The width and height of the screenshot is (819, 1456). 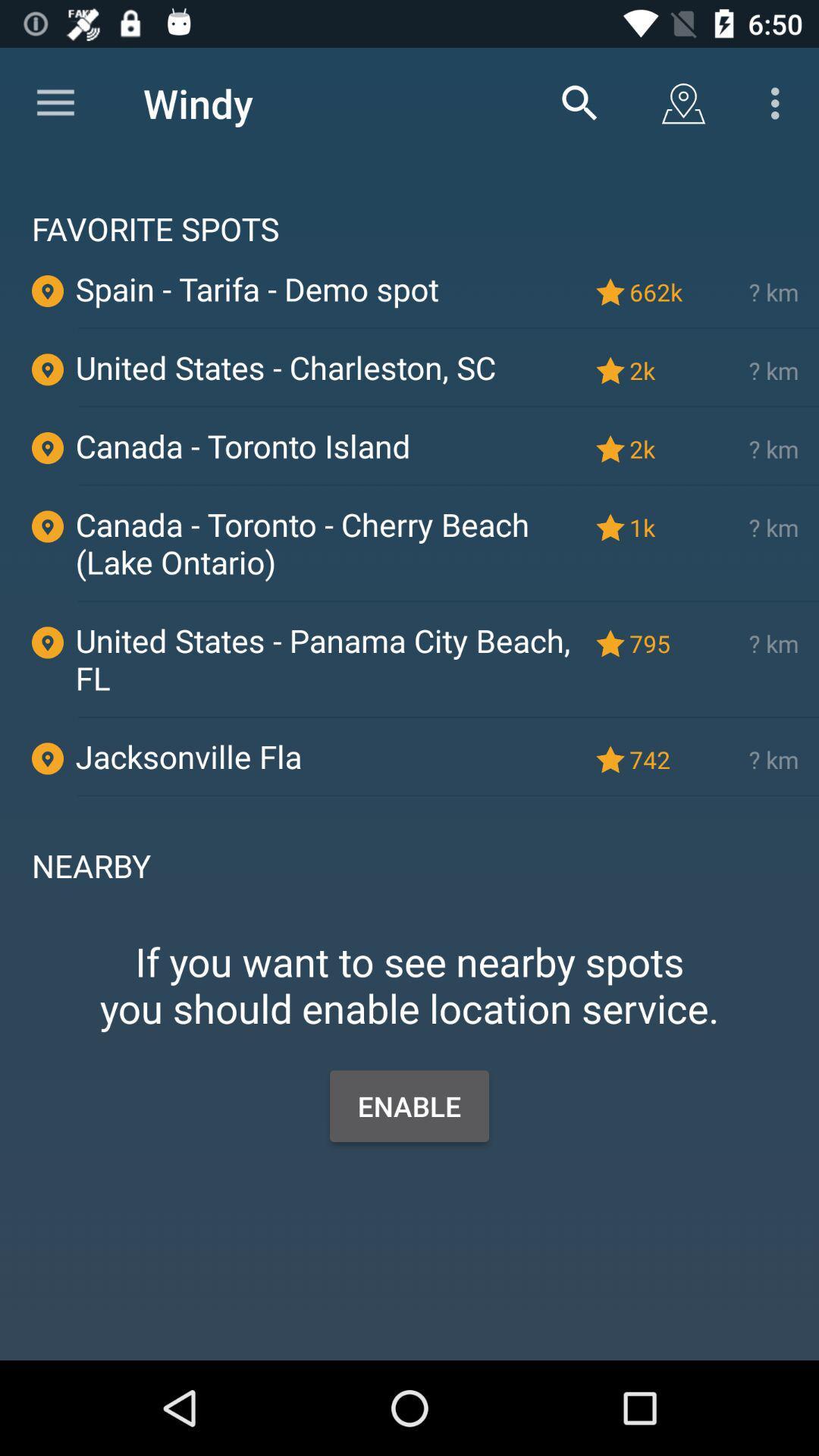 What do you see at coordinates (579, 102) in the screenshot?
I see `the item above favorite spots icon` at bounding box center [579, 102].